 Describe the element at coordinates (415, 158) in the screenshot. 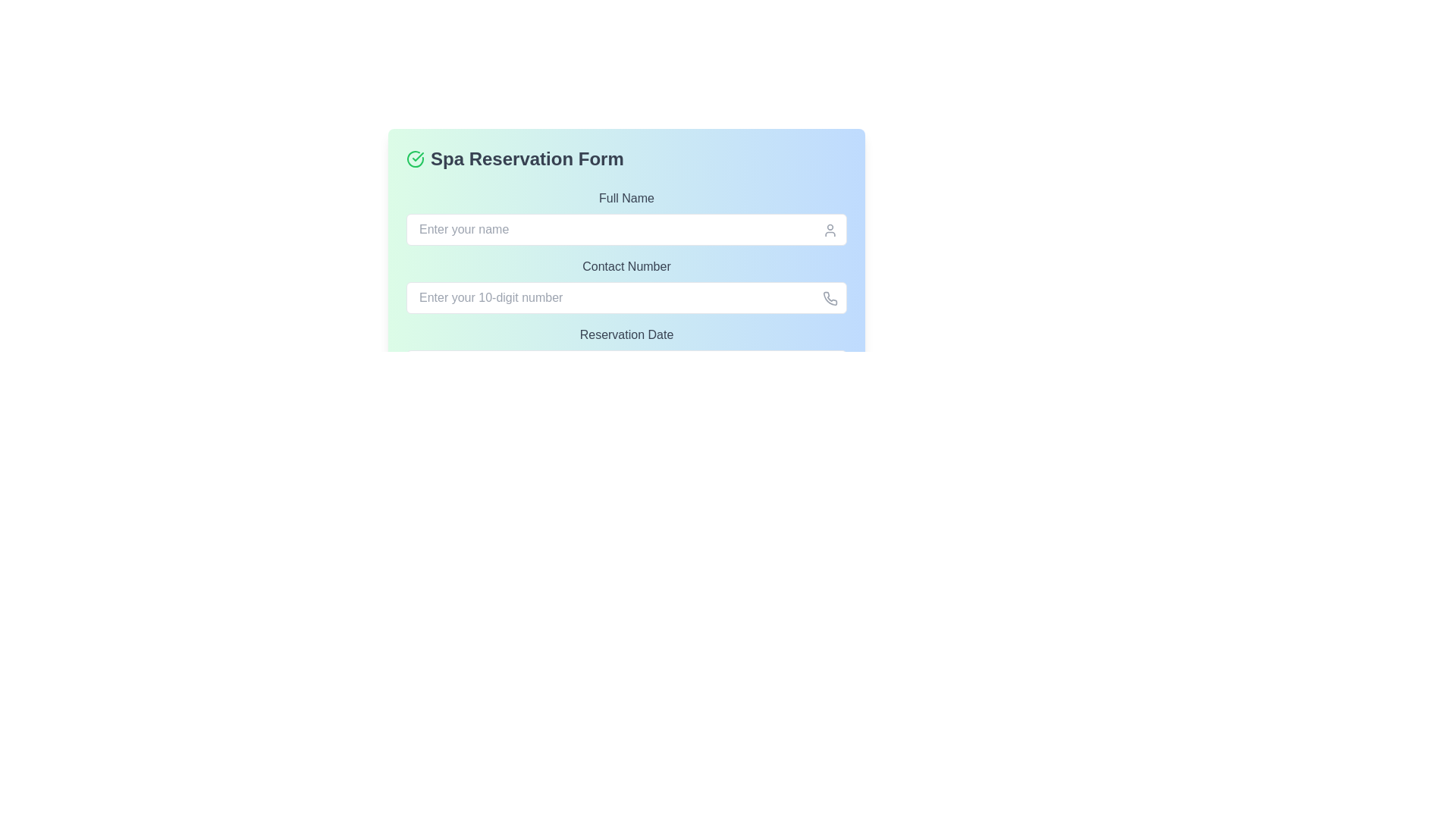

I see `the success status icon located to the immediate left of the 'Spa Reservation Form' text in the header of the form` at that location.